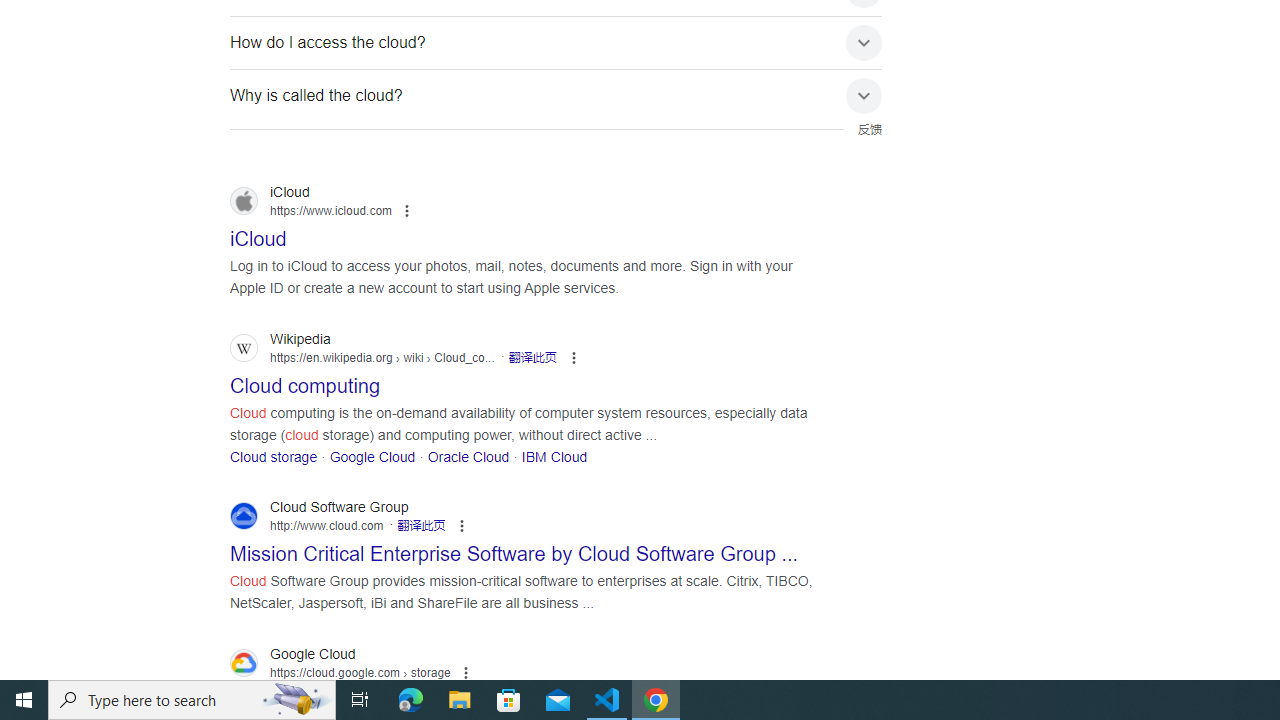 This screenshot has width=1280, height=720. I want to click on 'Why is called the cloud?', so click(556, 95).